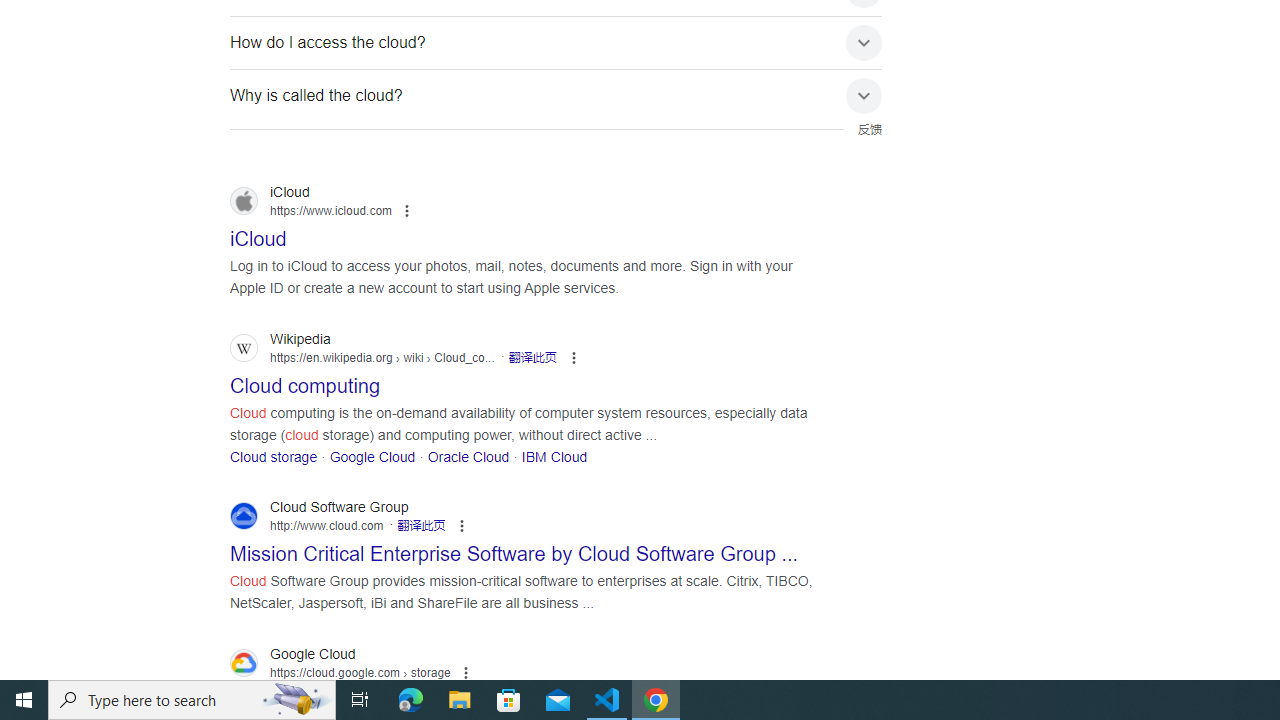 This screenshot has width=1280, height=720. I want to click on 'Why is called the cloud?', so click(556, 95).